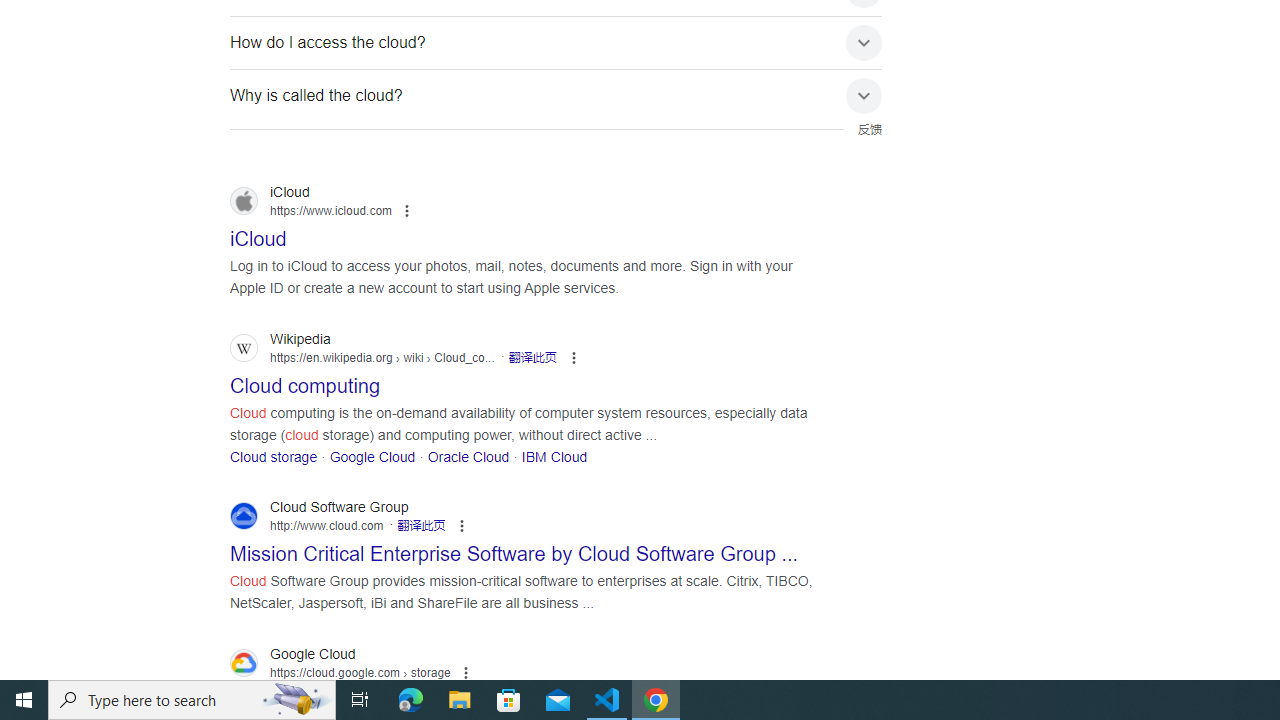 This screenshot has width=1280, height=720. I want to click on 'Why is called the cloud?', so click(556, 95).